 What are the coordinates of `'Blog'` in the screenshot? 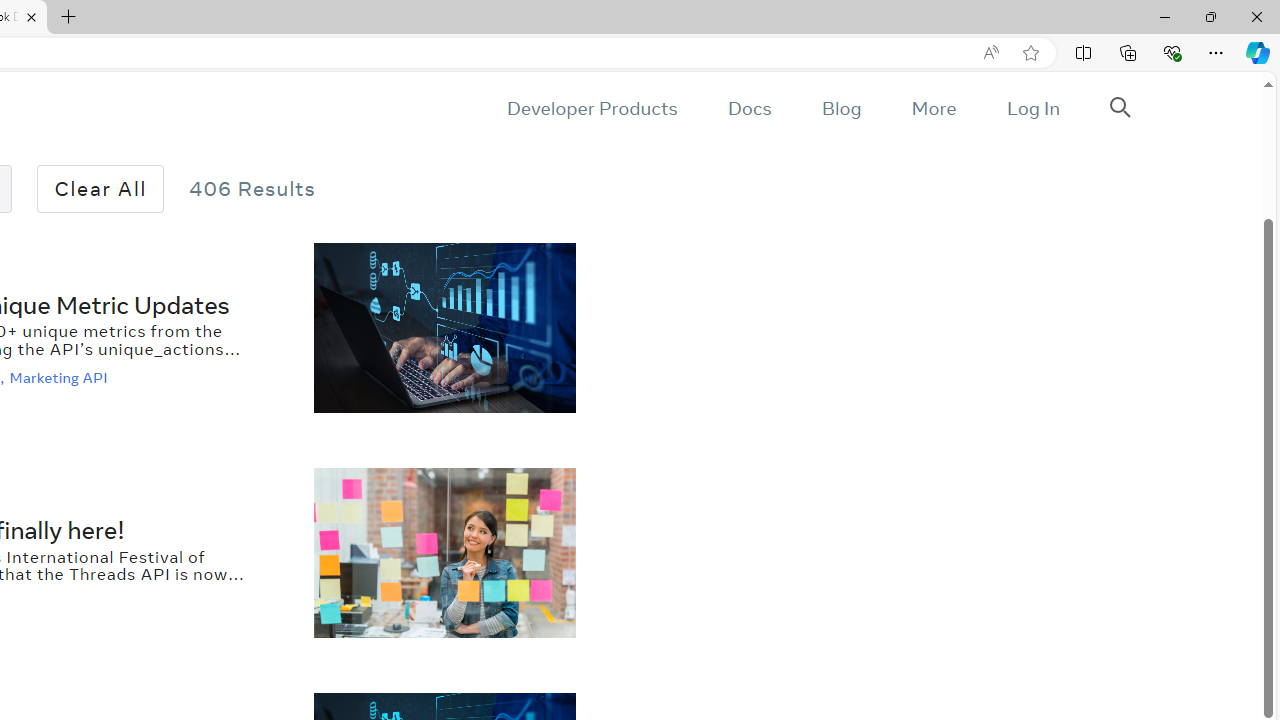 It's located at (841, 108).